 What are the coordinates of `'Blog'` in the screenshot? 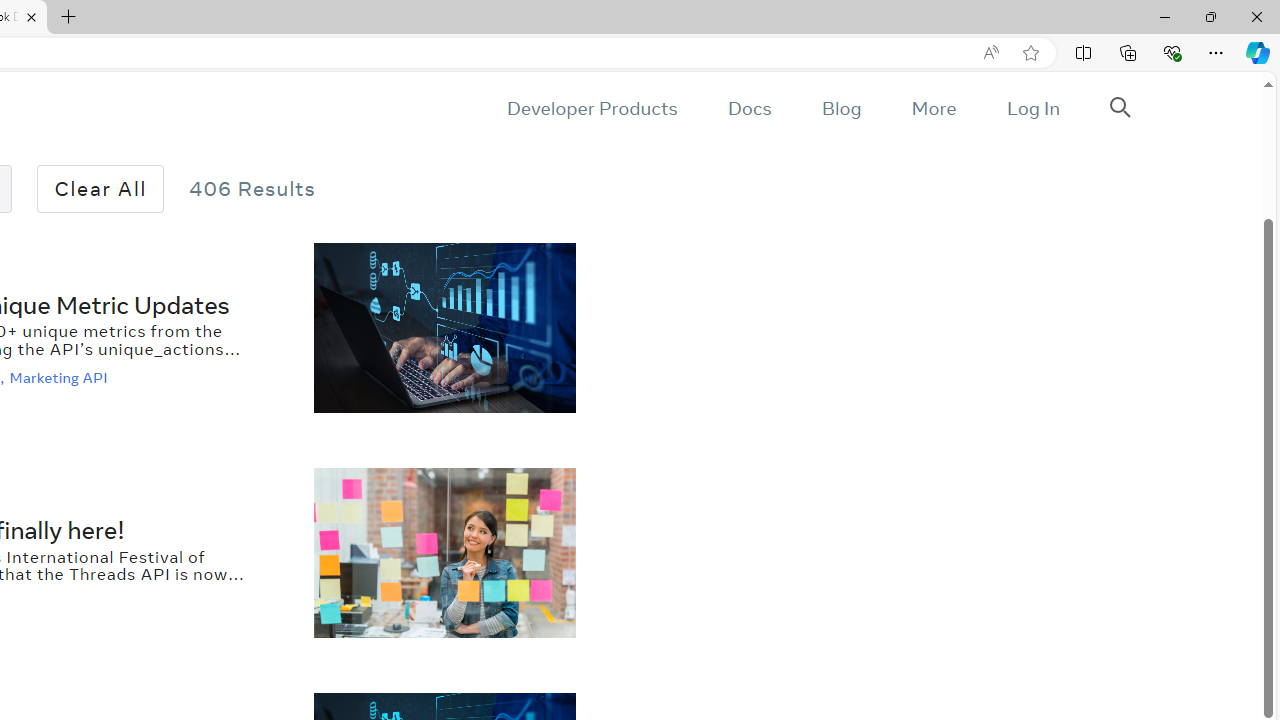 It's located at (841, 108).